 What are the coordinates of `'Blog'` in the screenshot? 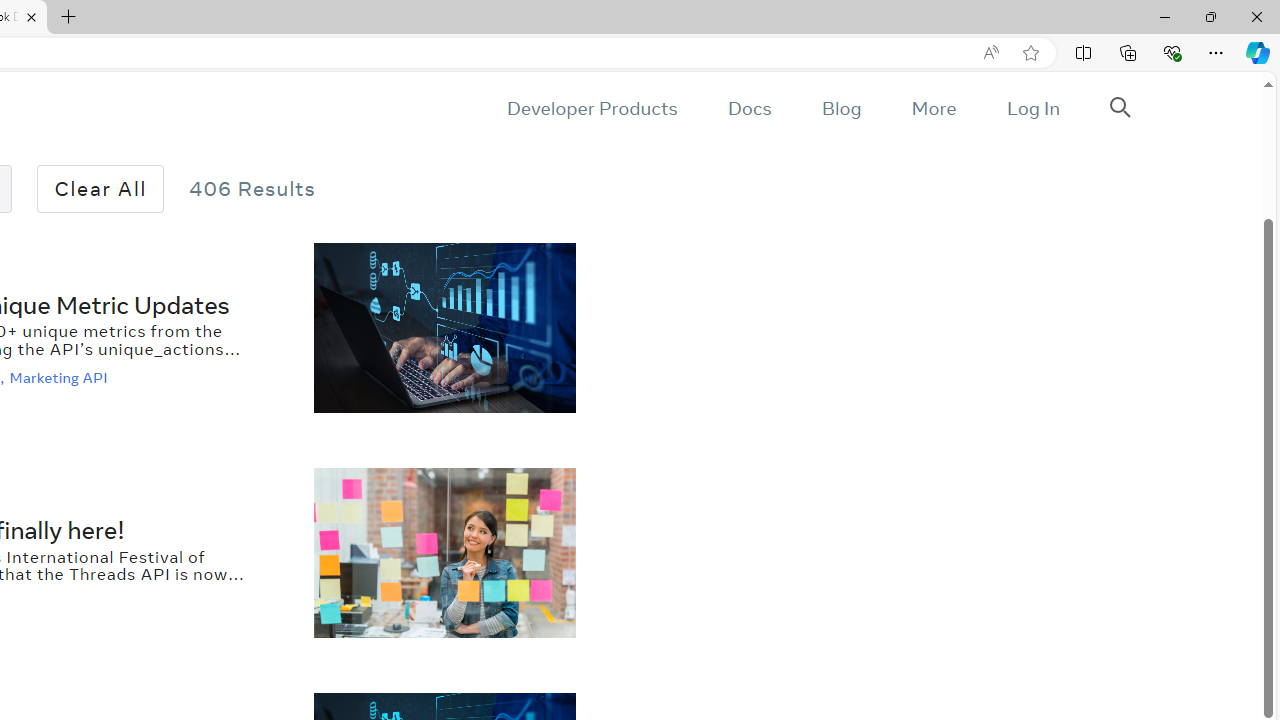 It's located at (841, 108).